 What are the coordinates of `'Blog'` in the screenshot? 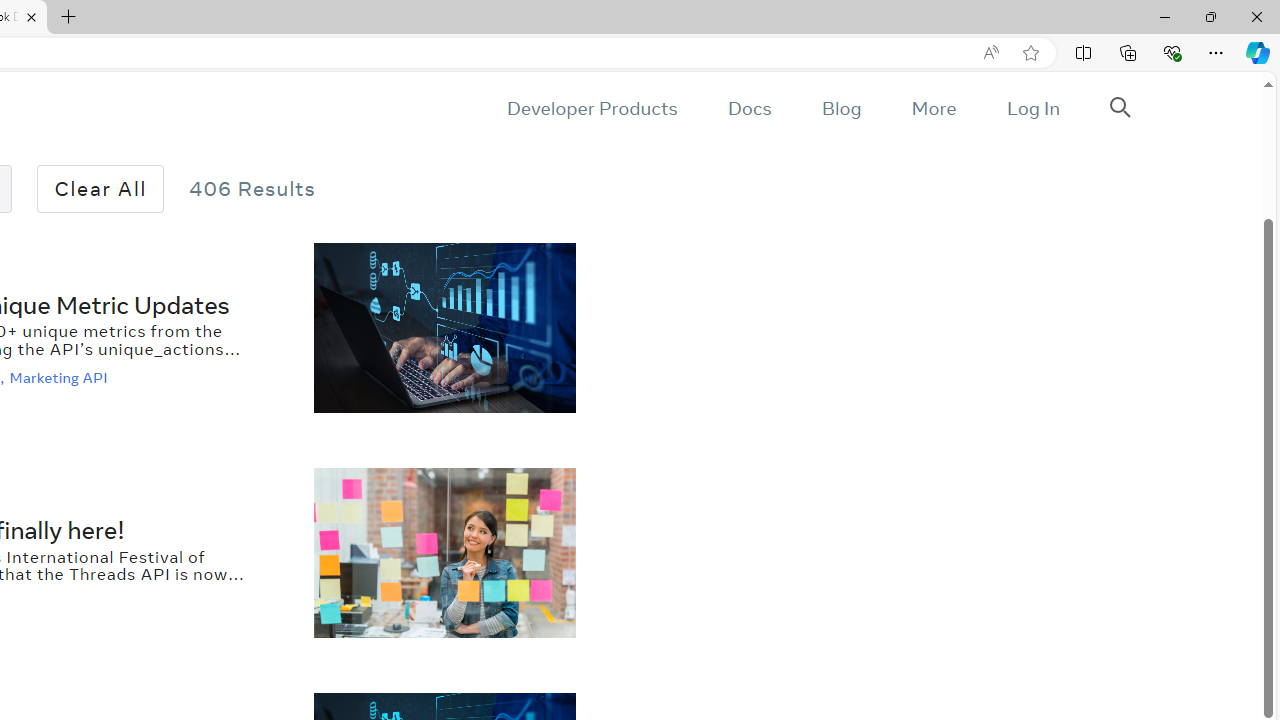 It's located at (841, 108).